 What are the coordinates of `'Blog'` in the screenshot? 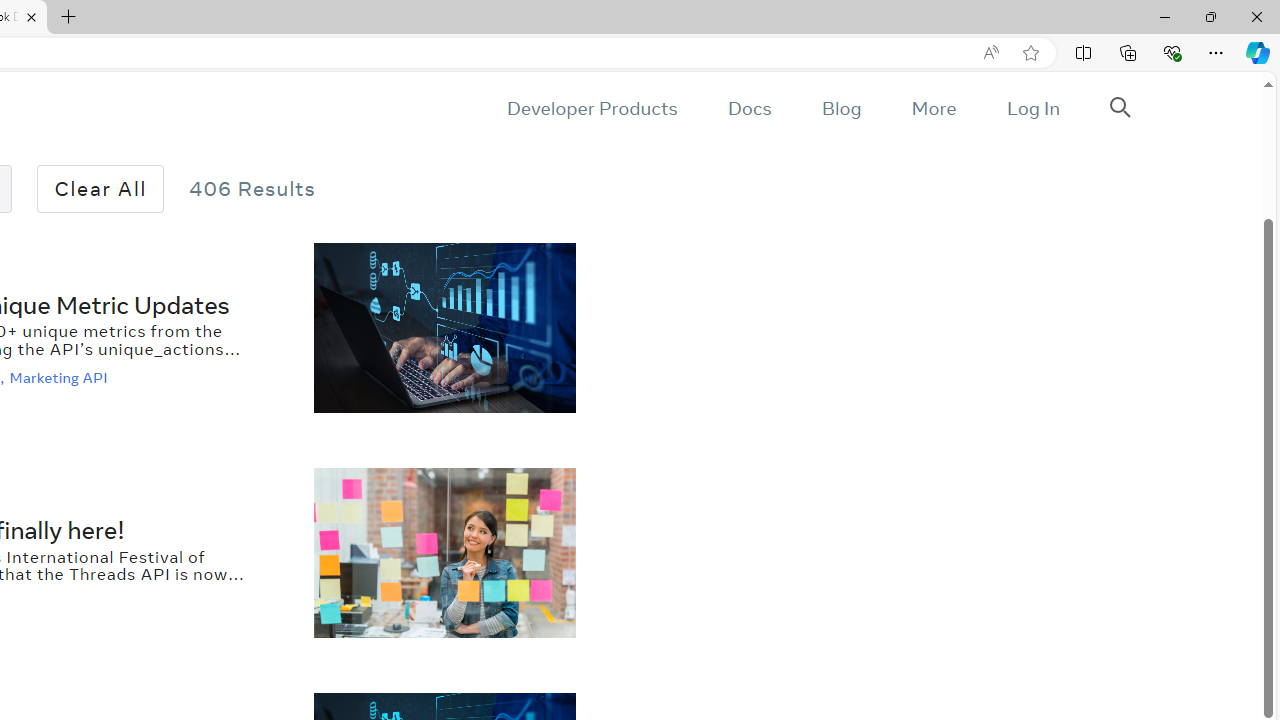 It's located at (841, 108).